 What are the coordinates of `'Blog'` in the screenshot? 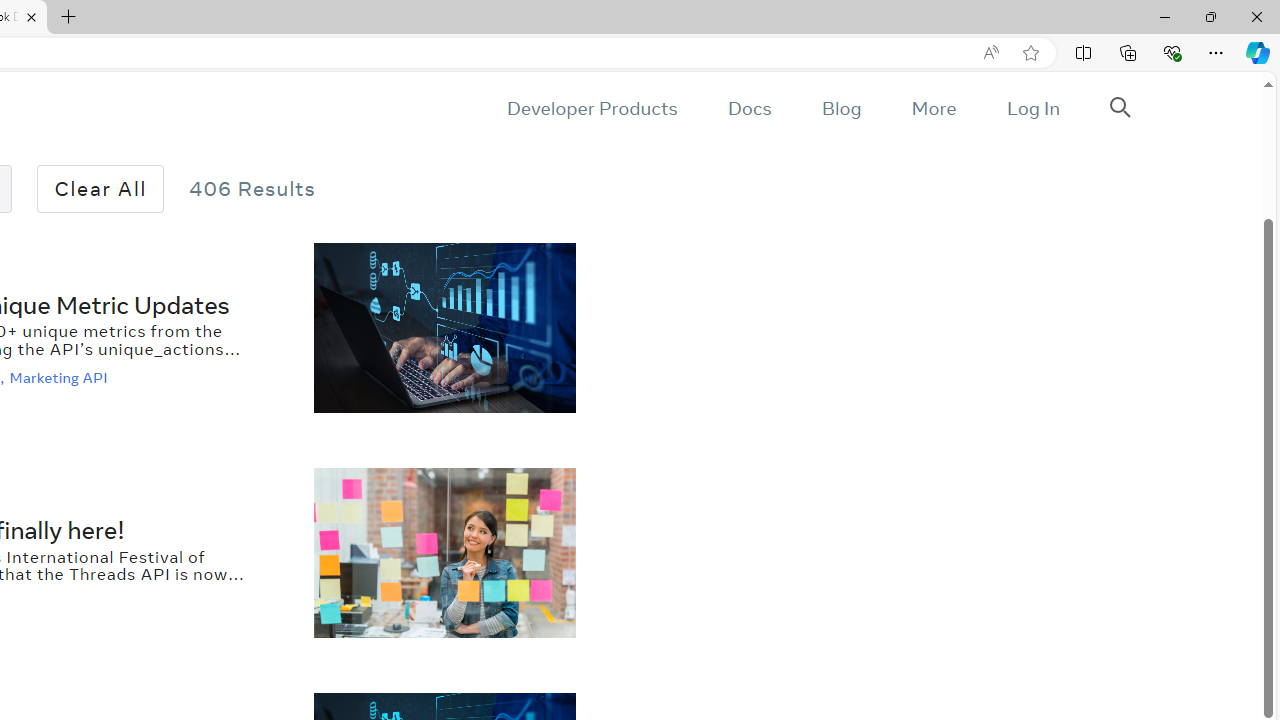 It's located at (841, 108).